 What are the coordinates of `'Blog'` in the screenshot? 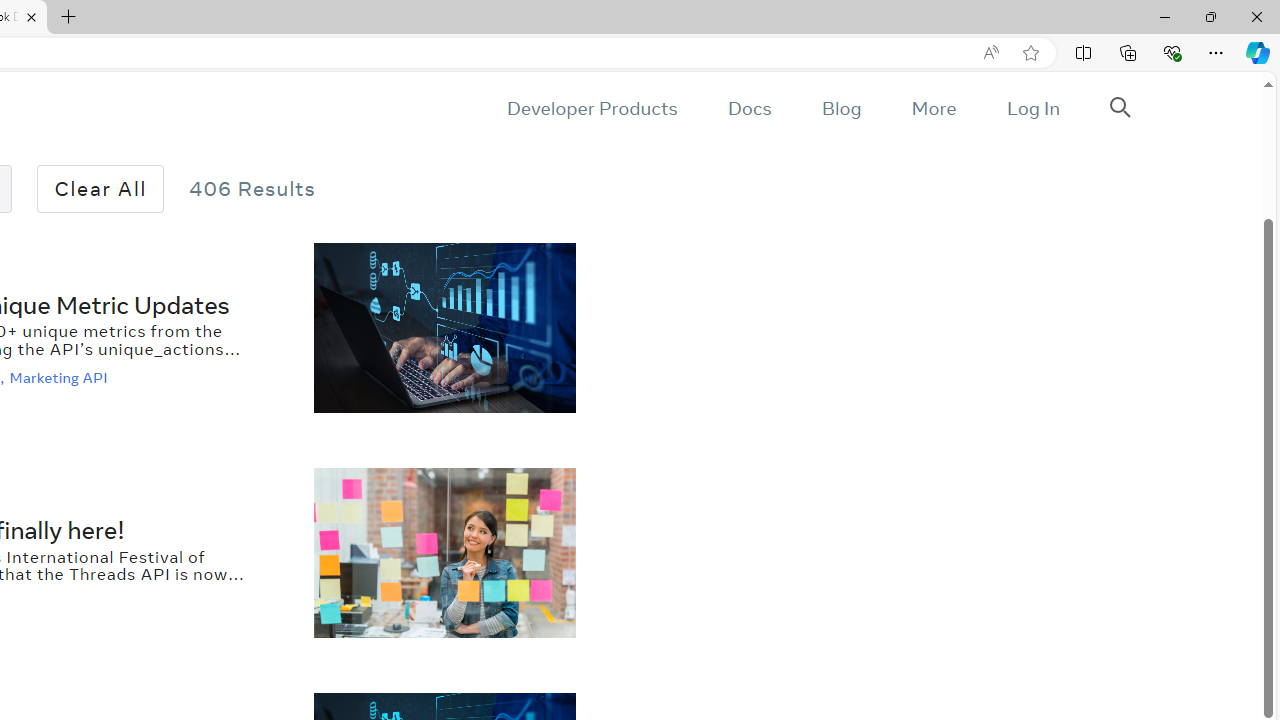 It's located at (841, 108).